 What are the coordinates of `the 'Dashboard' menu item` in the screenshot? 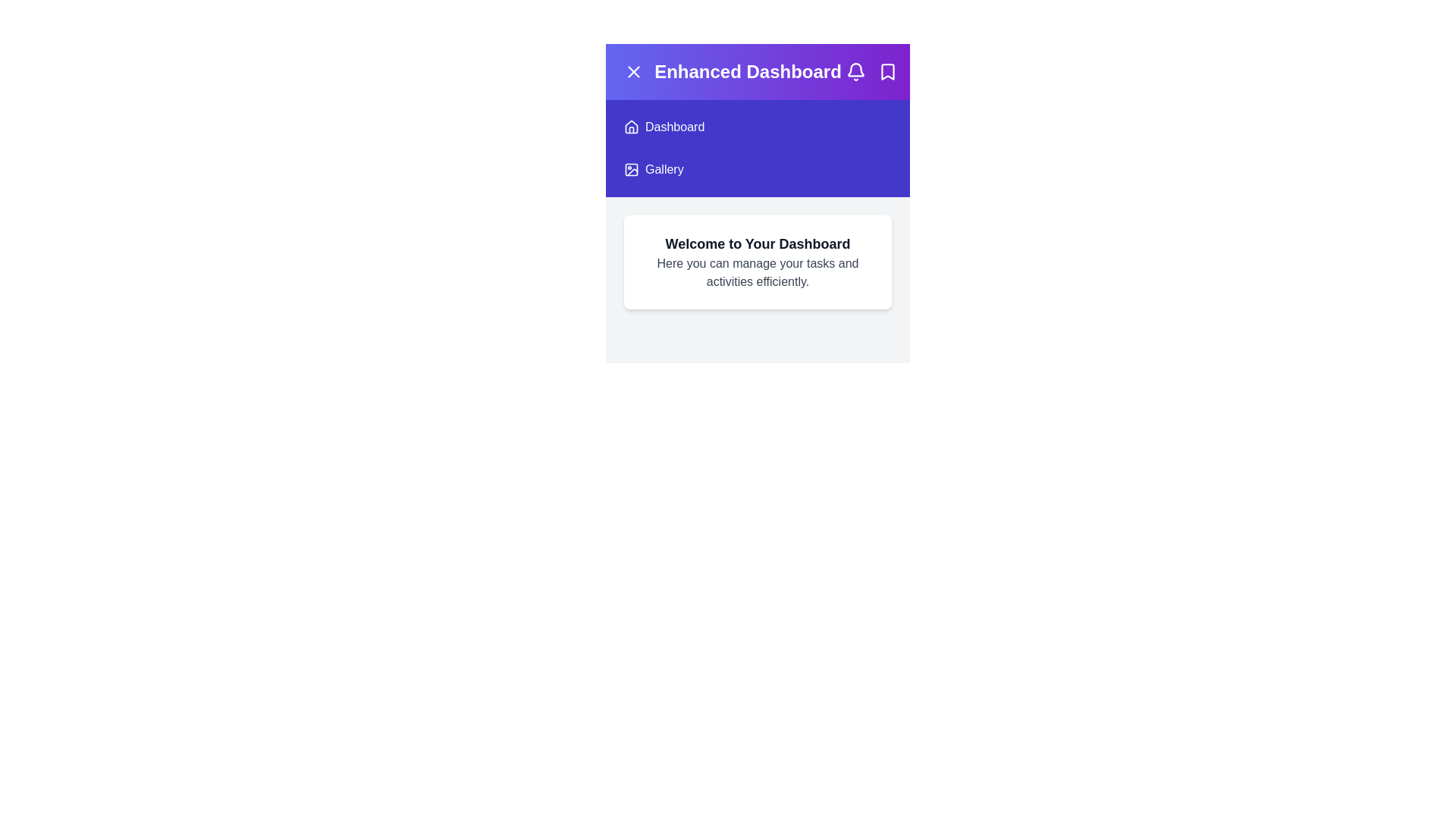 It's located at (673, 127).